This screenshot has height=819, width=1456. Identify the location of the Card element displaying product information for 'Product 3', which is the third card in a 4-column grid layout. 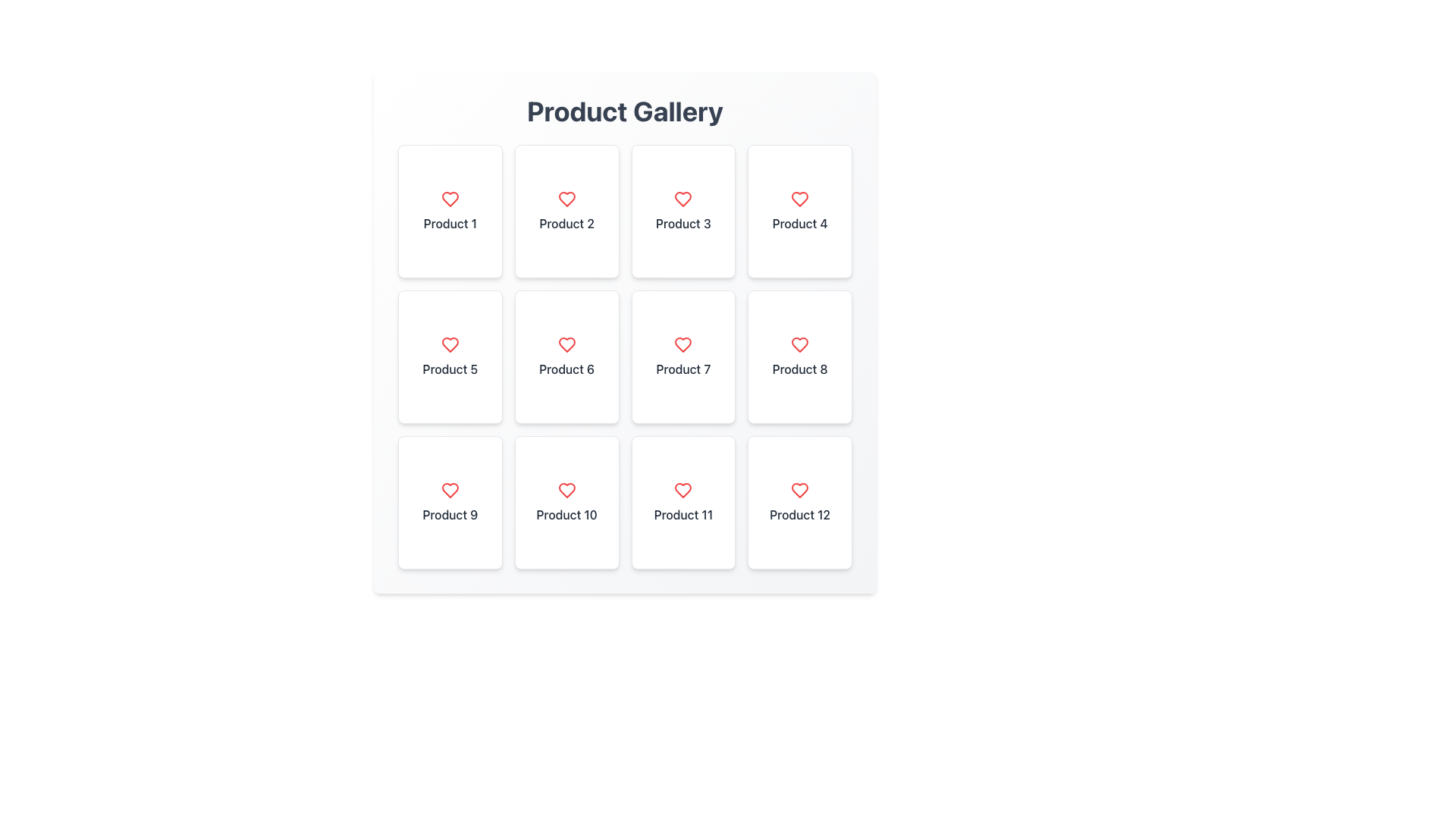
(682, 211).